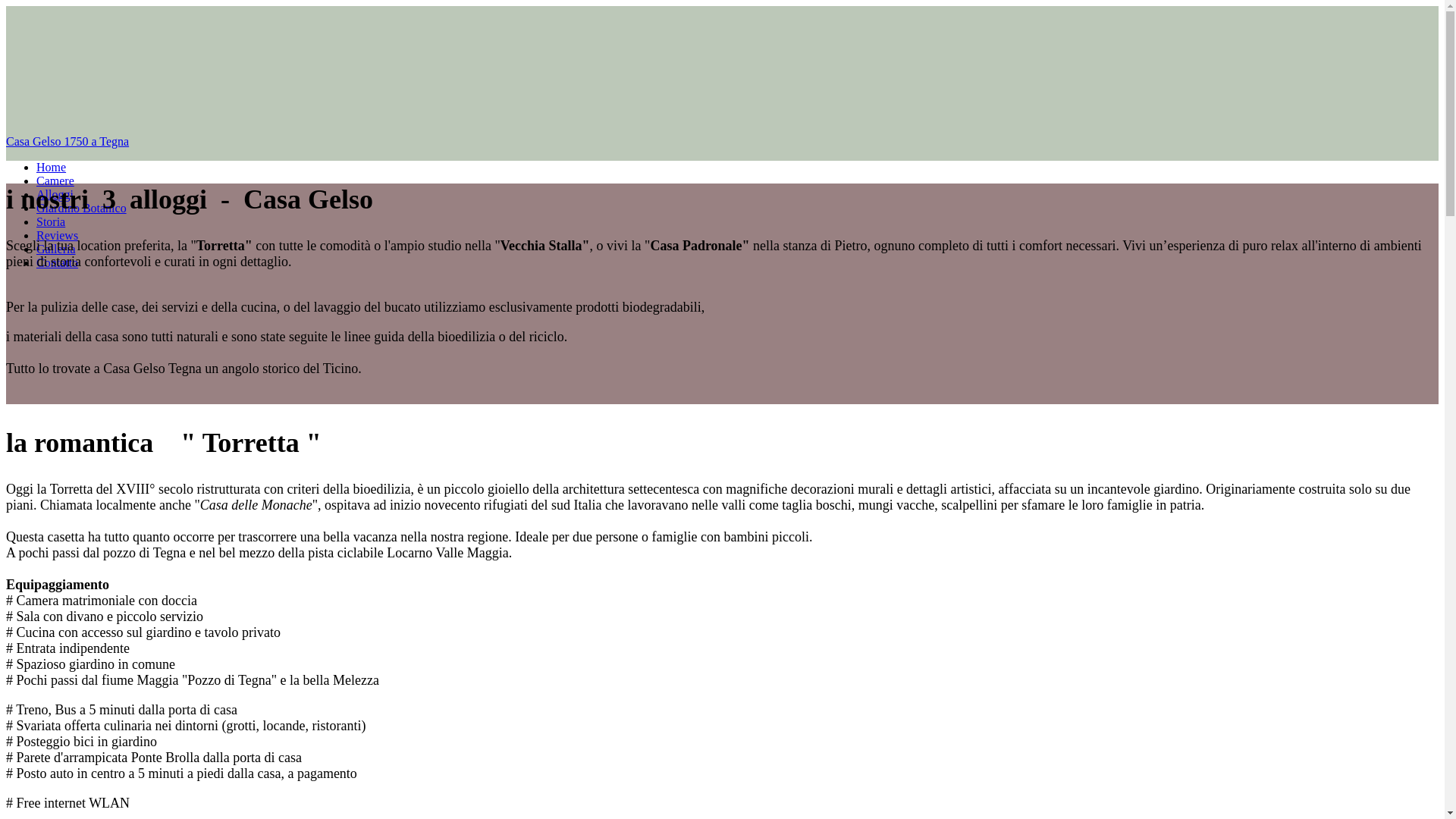  Describe the element at coordinates (721, 141) in the screenshot. I see `'Casa Gelso 1750 a Tegna'` at that location.